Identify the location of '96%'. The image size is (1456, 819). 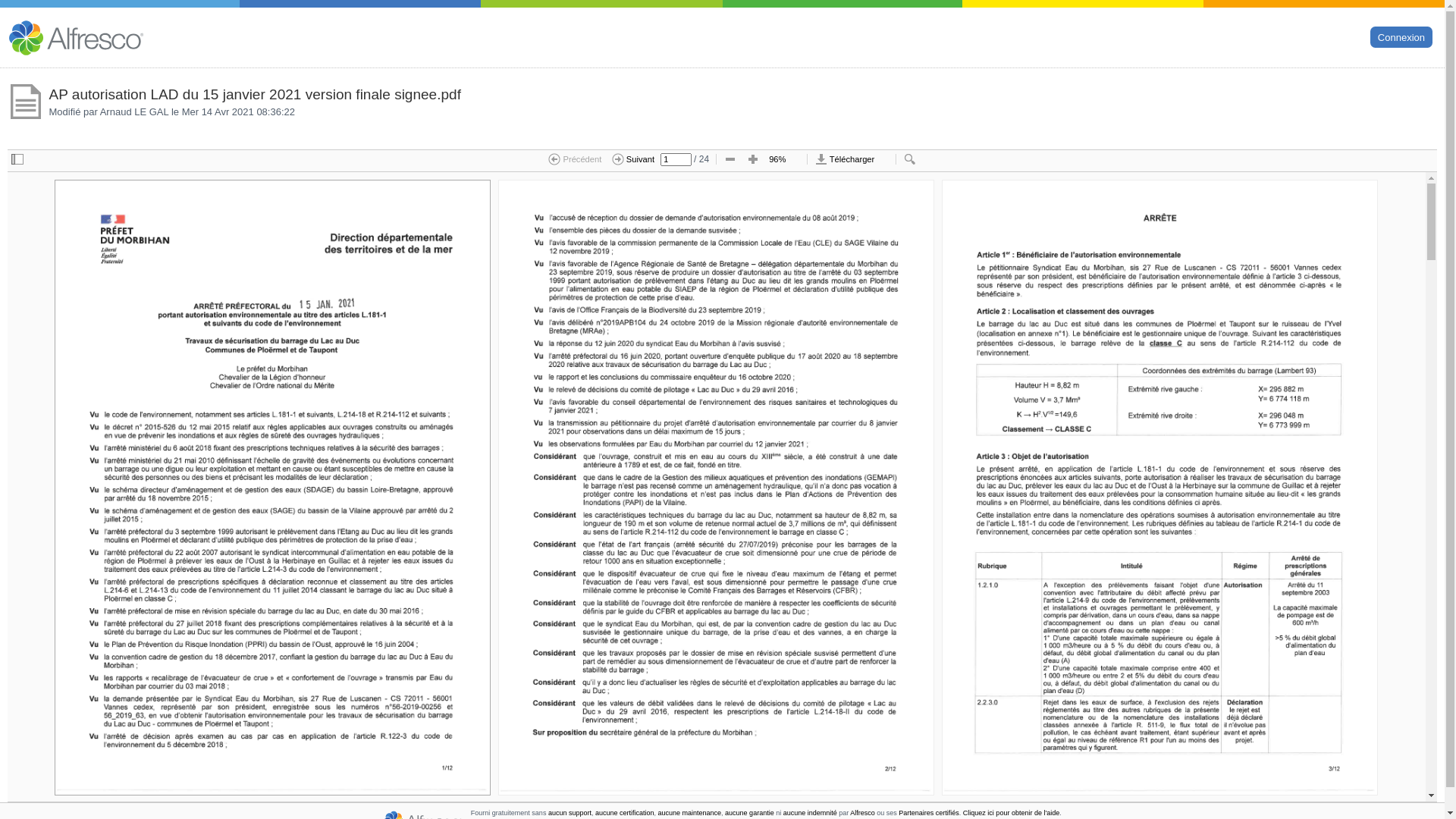
(783, 160).